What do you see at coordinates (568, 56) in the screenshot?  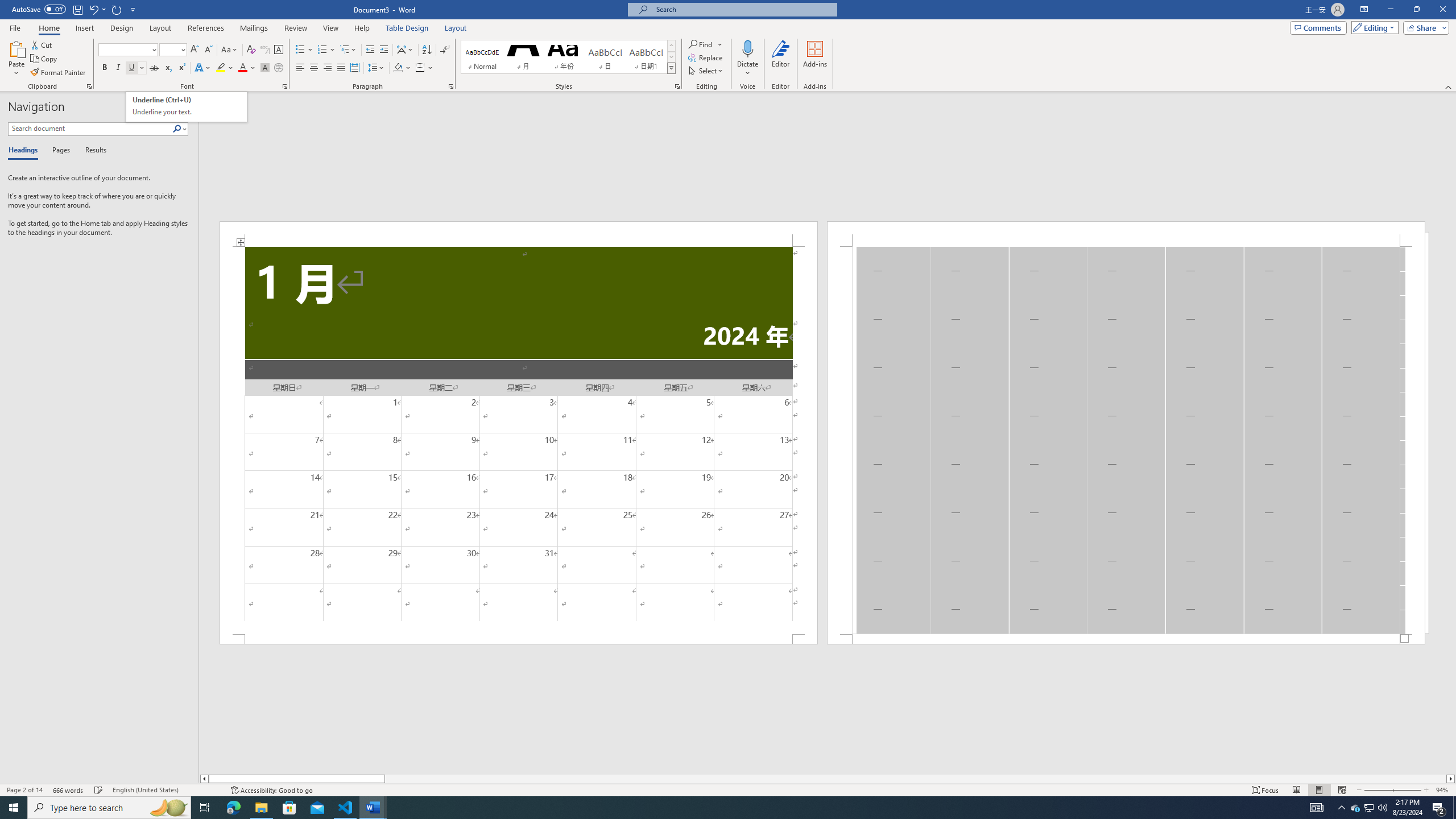 I see `'AutomationID: QuickStylesGallery'` at bounding box center [568, 56].